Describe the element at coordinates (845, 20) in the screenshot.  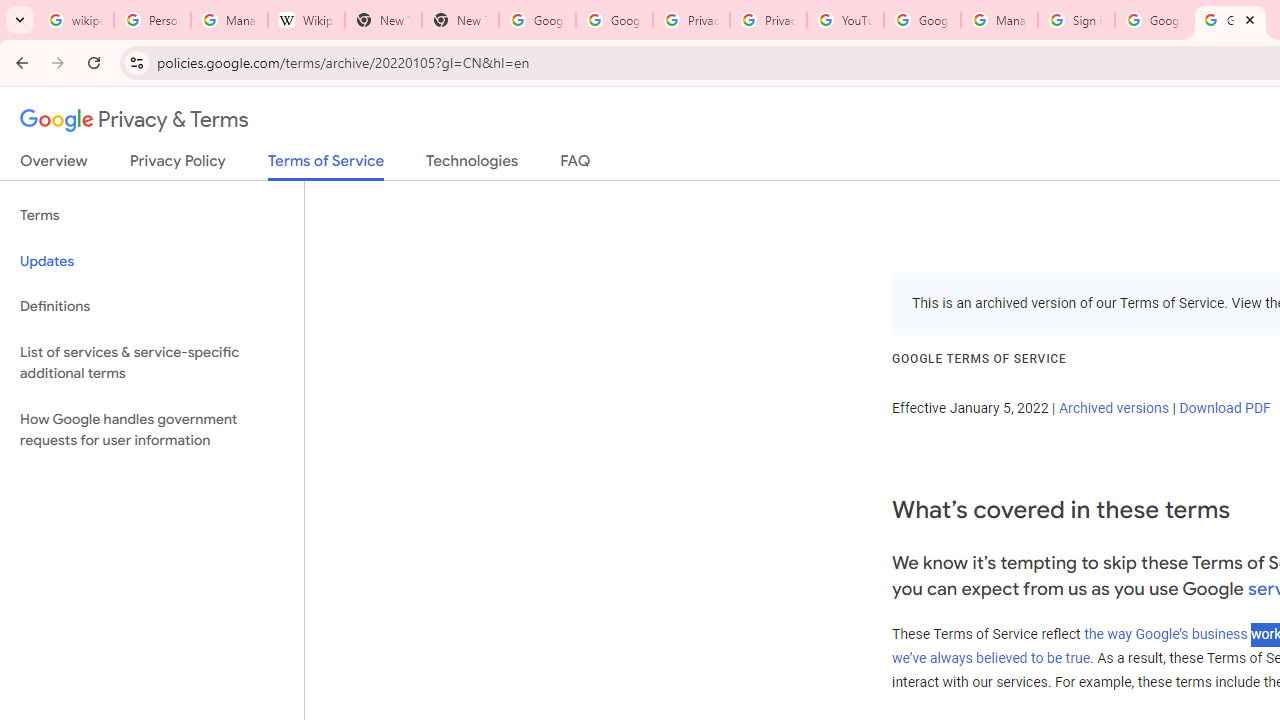
I see `'YouTube'` at that location.